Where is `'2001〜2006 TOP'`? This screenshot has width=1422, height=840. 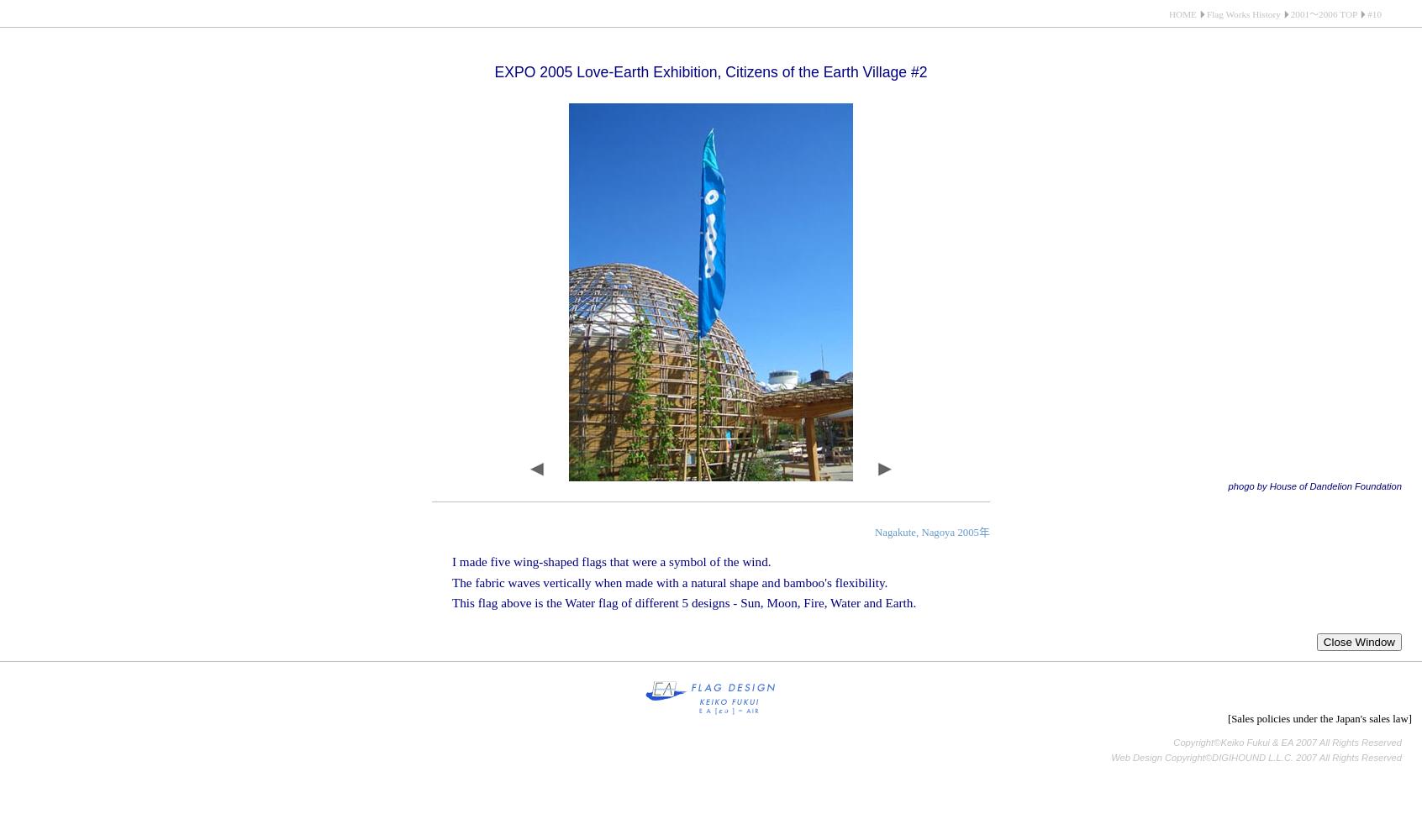
'2001〜2006 TOP' is located at coordinates (1323, 14).